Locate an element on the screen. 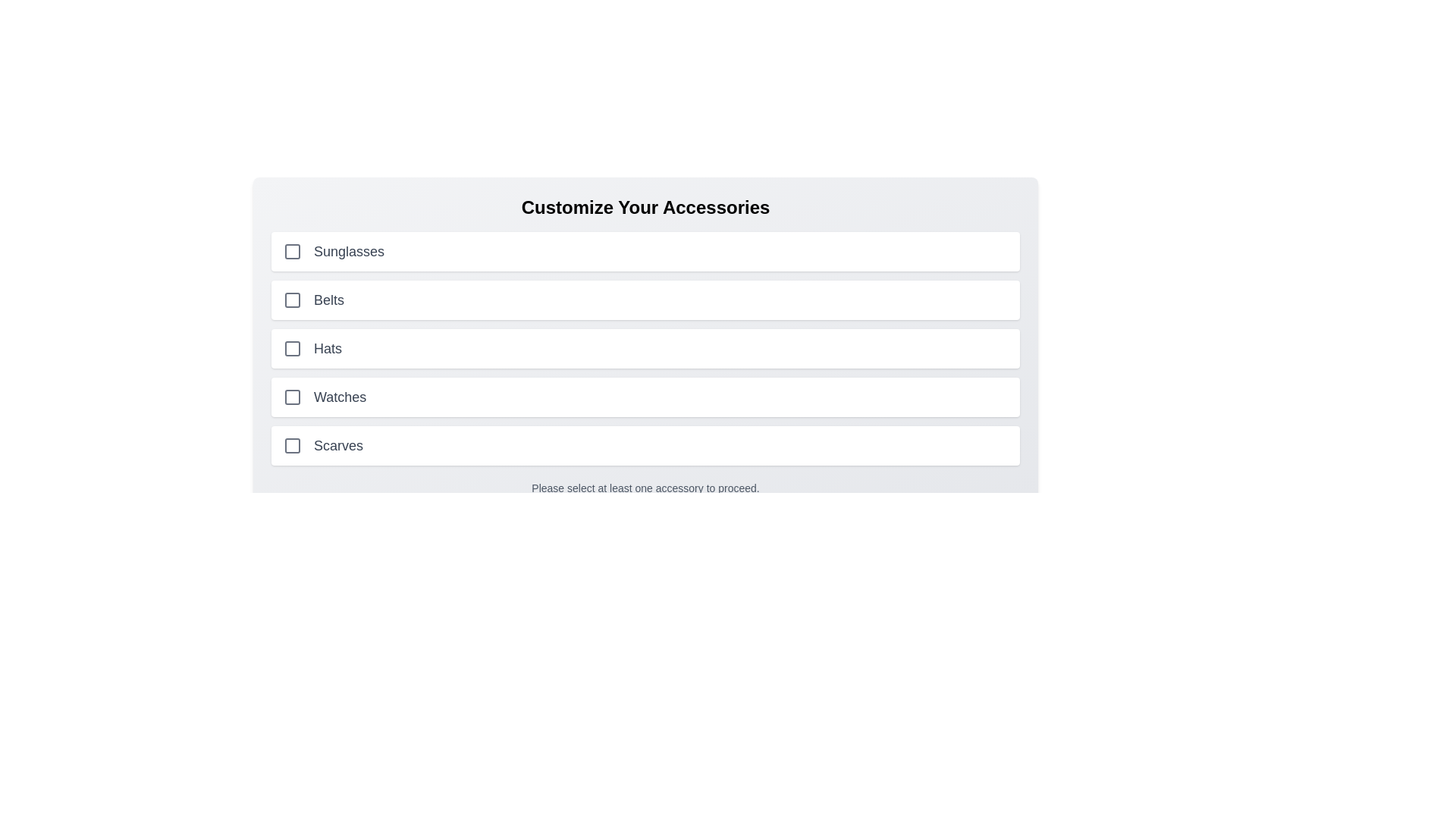  the 'Scarves' text label located to the right of the checkbox in the last row of the 'Customize Your Accessories' section is located at coordinates (337, 444).